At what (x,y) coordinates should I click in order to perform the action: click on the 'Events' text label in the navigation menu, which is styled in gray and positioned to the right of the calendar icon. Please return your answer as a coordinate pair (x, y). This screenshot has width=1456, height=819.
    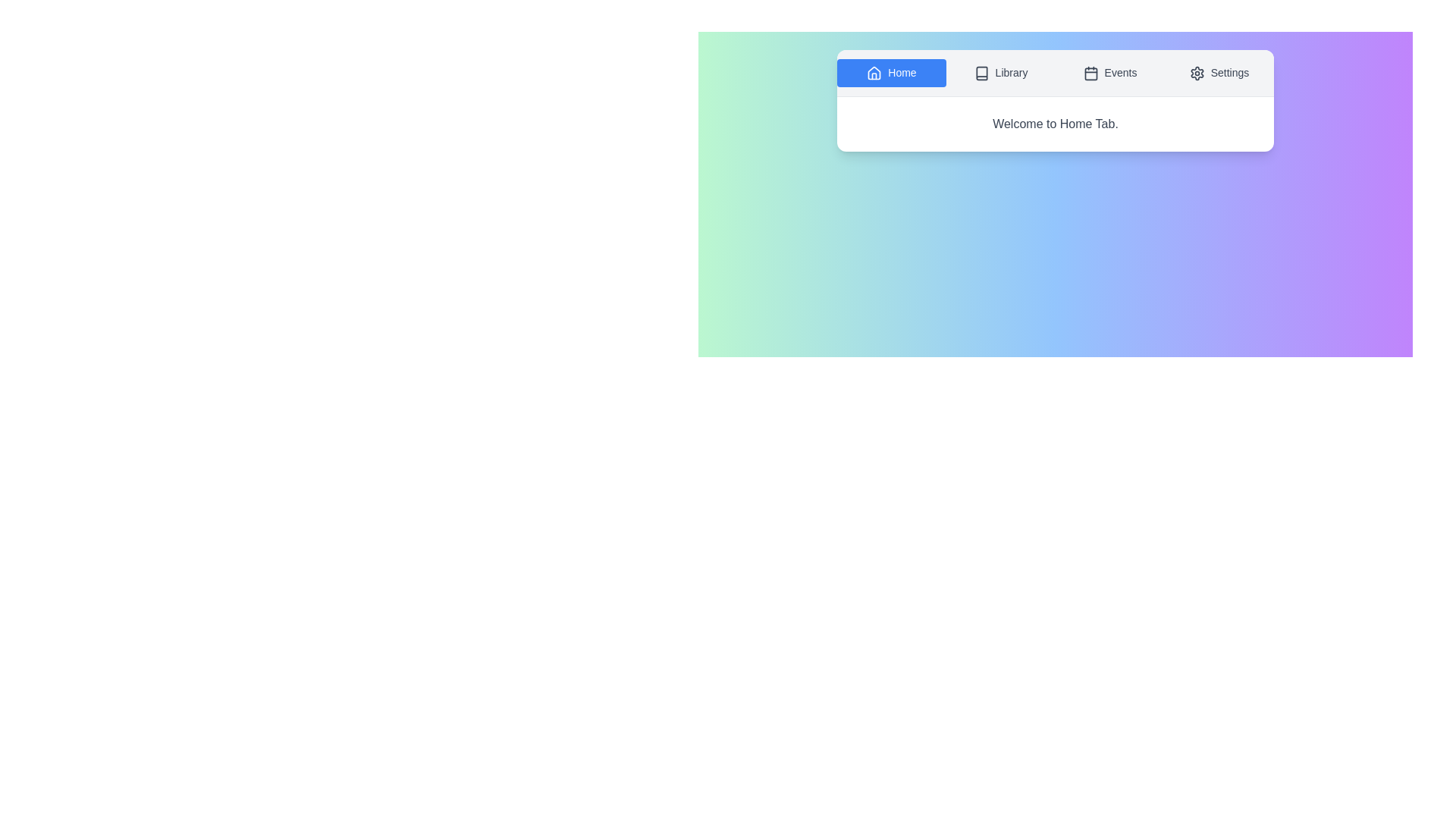
    Looking at the image, I should click on (1121, 73).